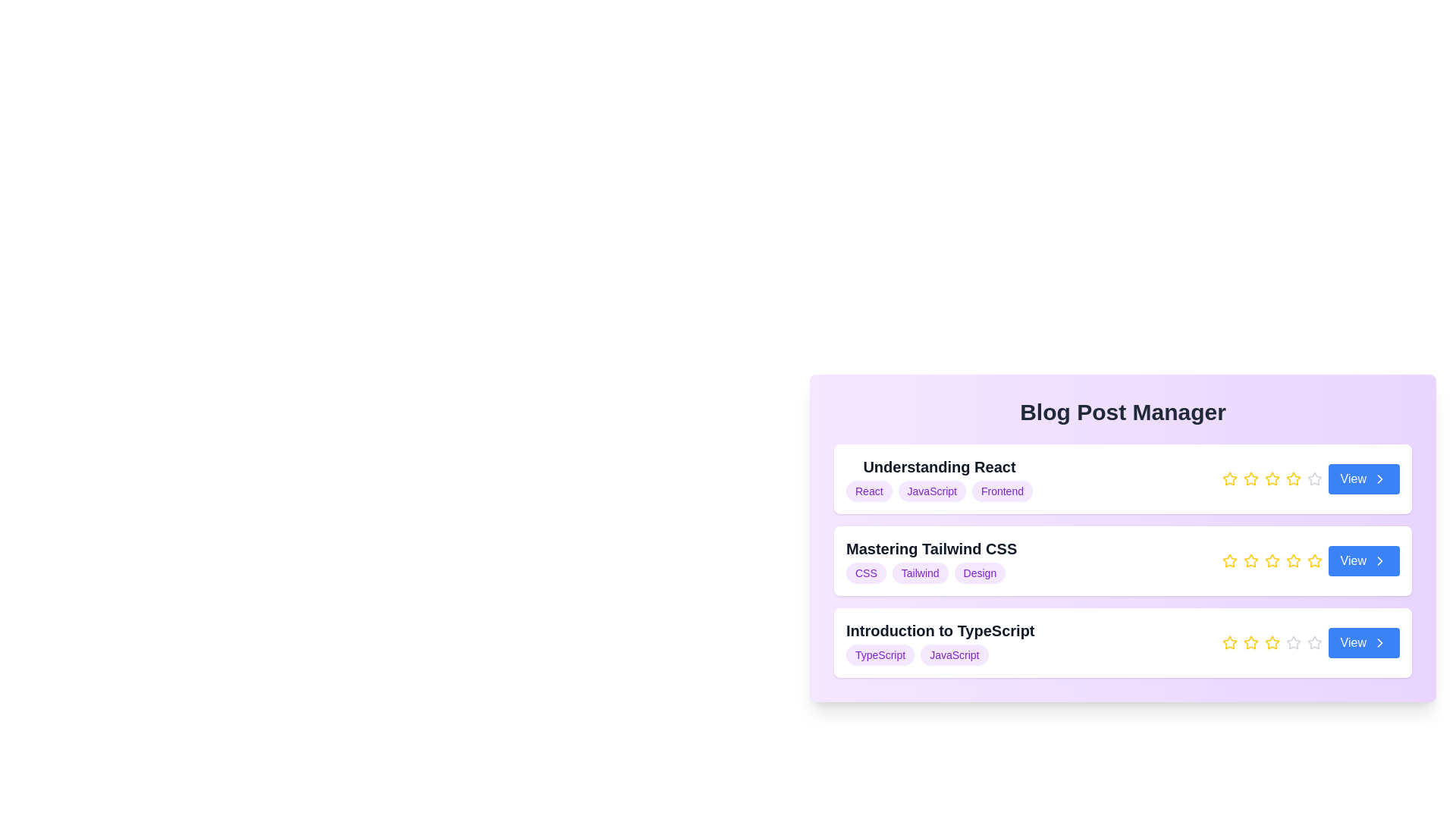 This screenshot has height=819, width=1456. I want to click on the fourth star icon in the five-star rating system for the 'Introduction to TypeScript' post, so click(1313, 642).